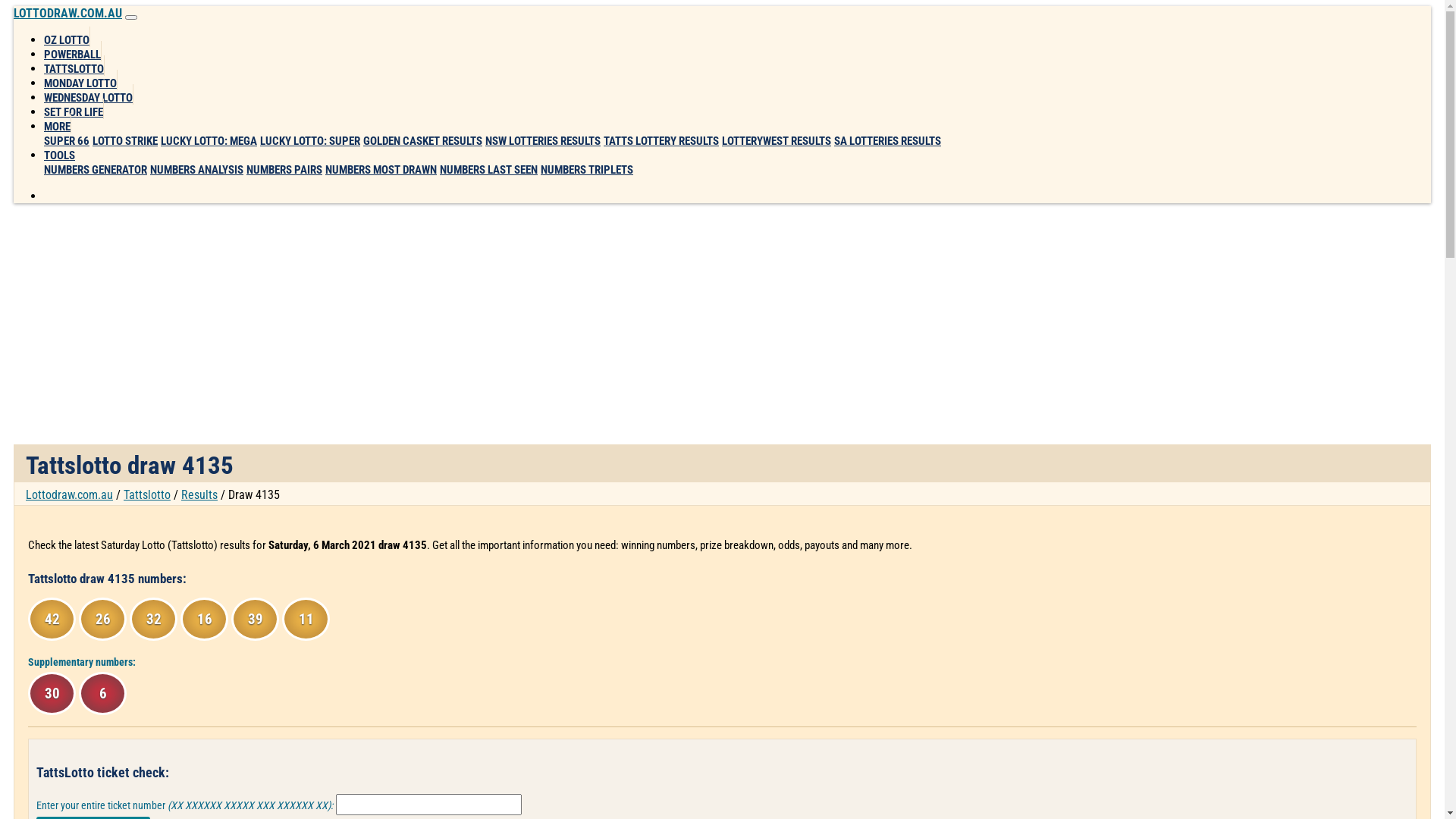  I want to click on 'LUCKY LOTTO: SUPER', so click(259, 140).